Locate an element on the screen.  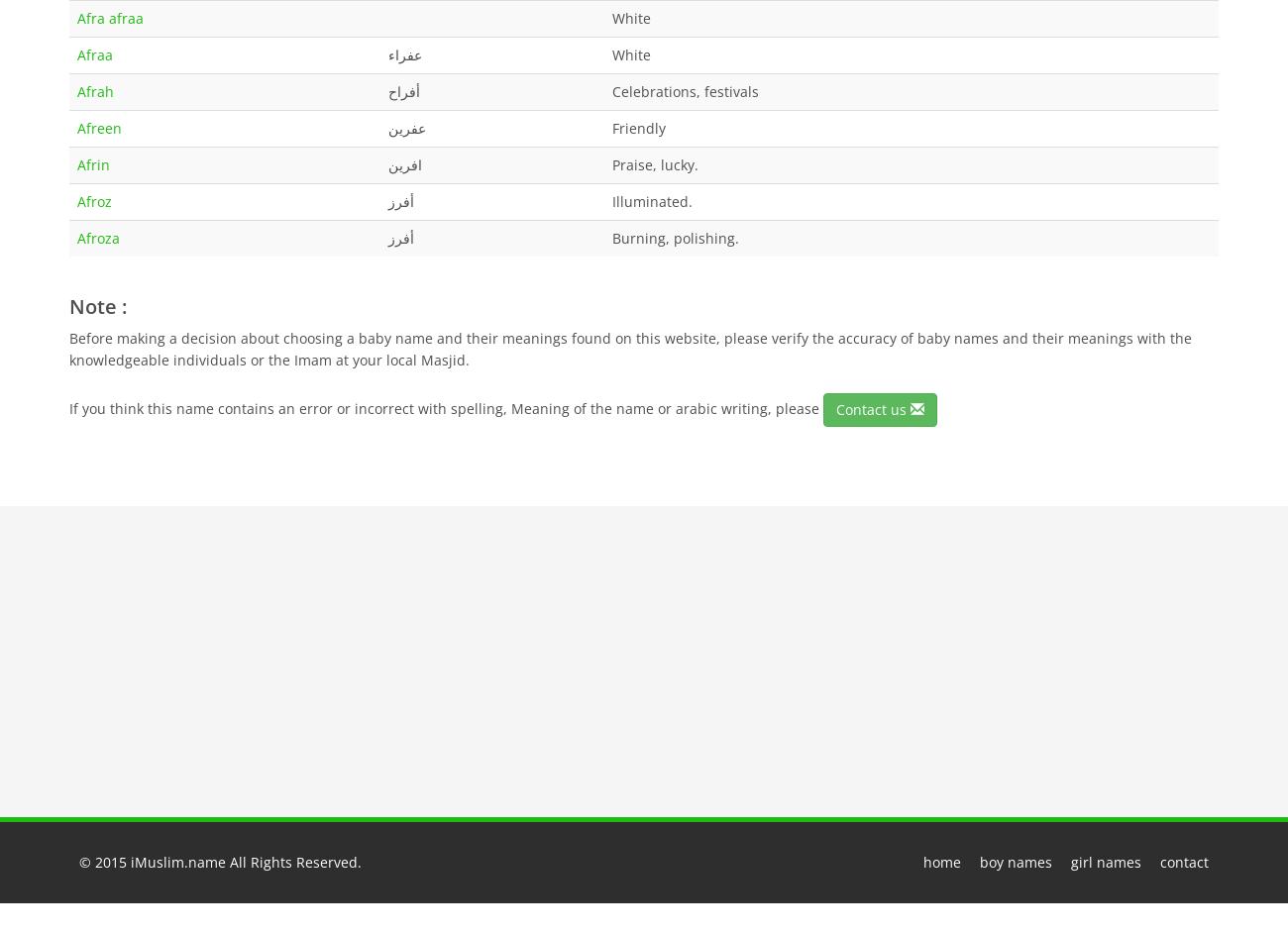
'Namirah ( نمره )' is located at coordinates (612, 644).